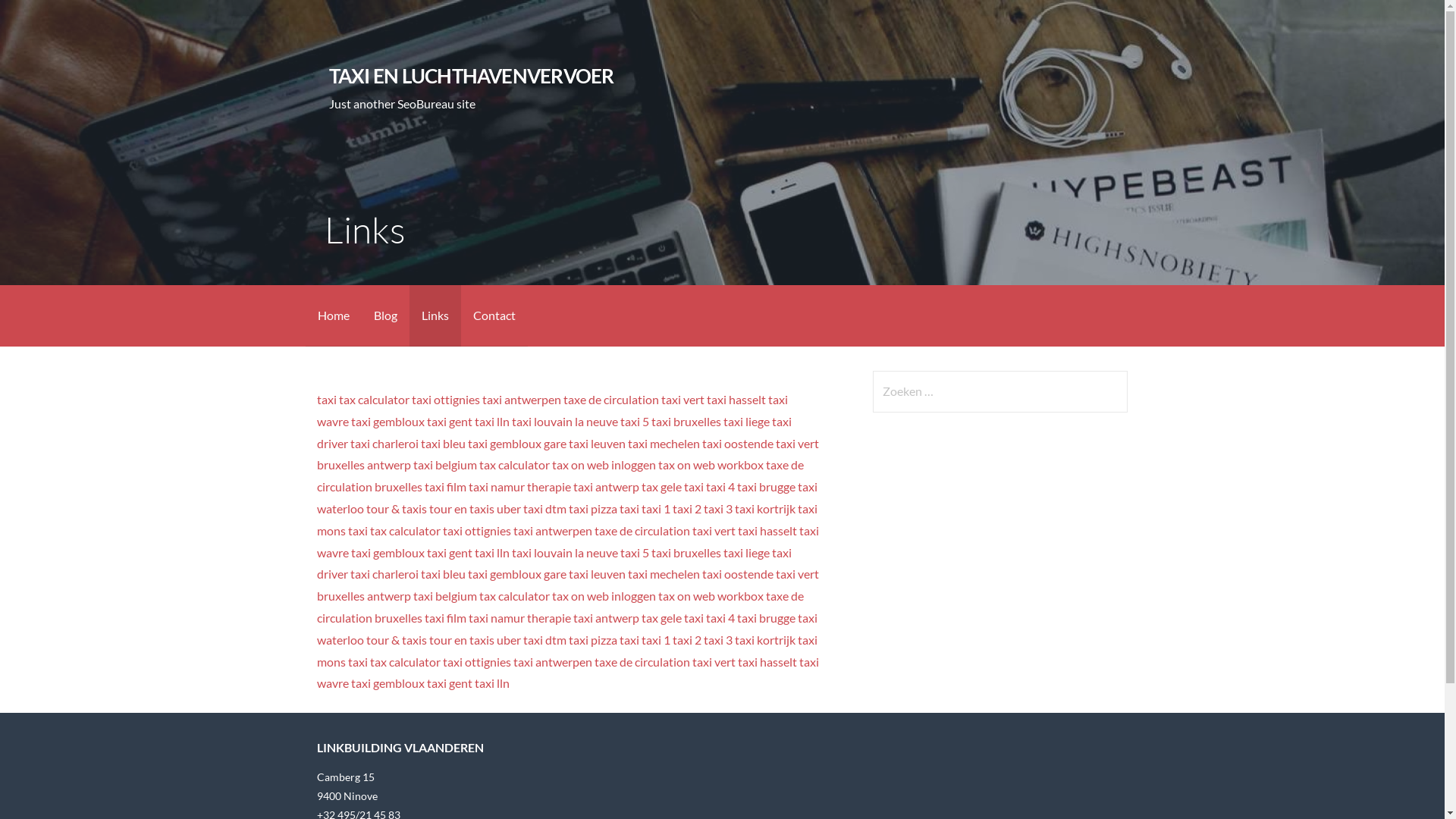 This screenshot has width=1456, height=819. I want to click on 'taxi gembloux', so click(388, 421).